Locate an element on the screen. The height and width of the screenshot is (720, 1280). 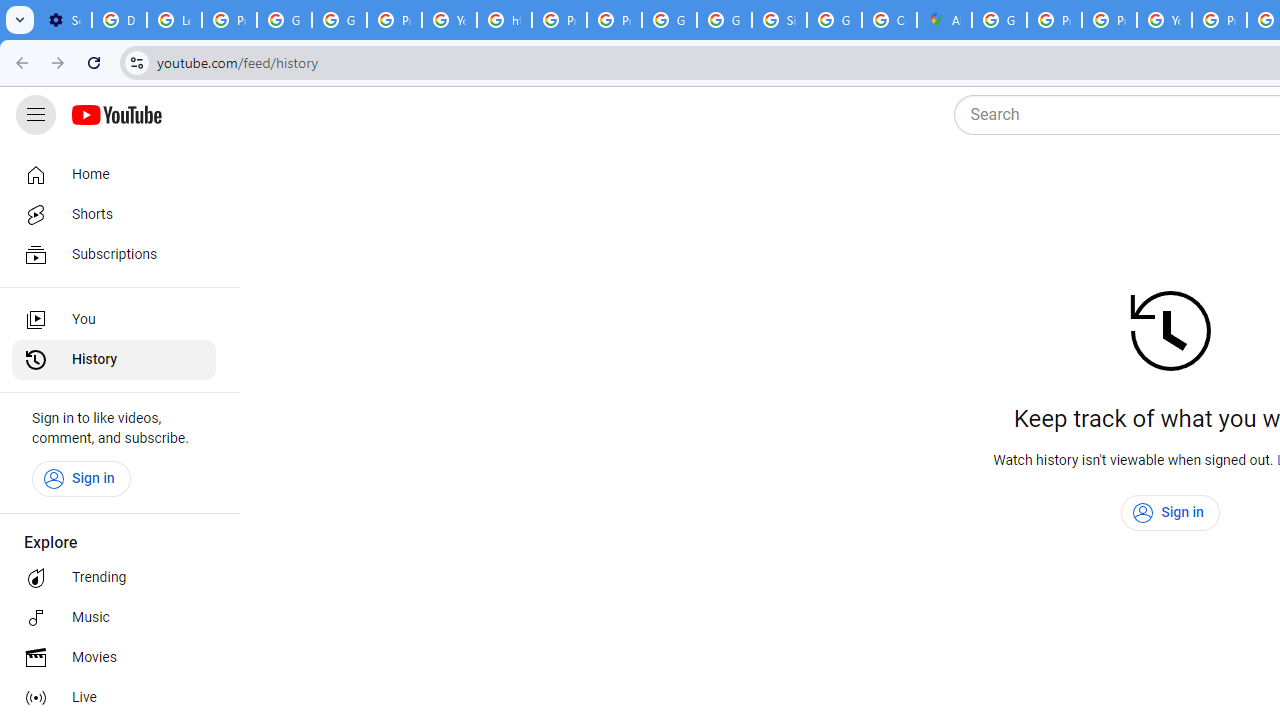
'Music' is located at coordinates (112, 617).